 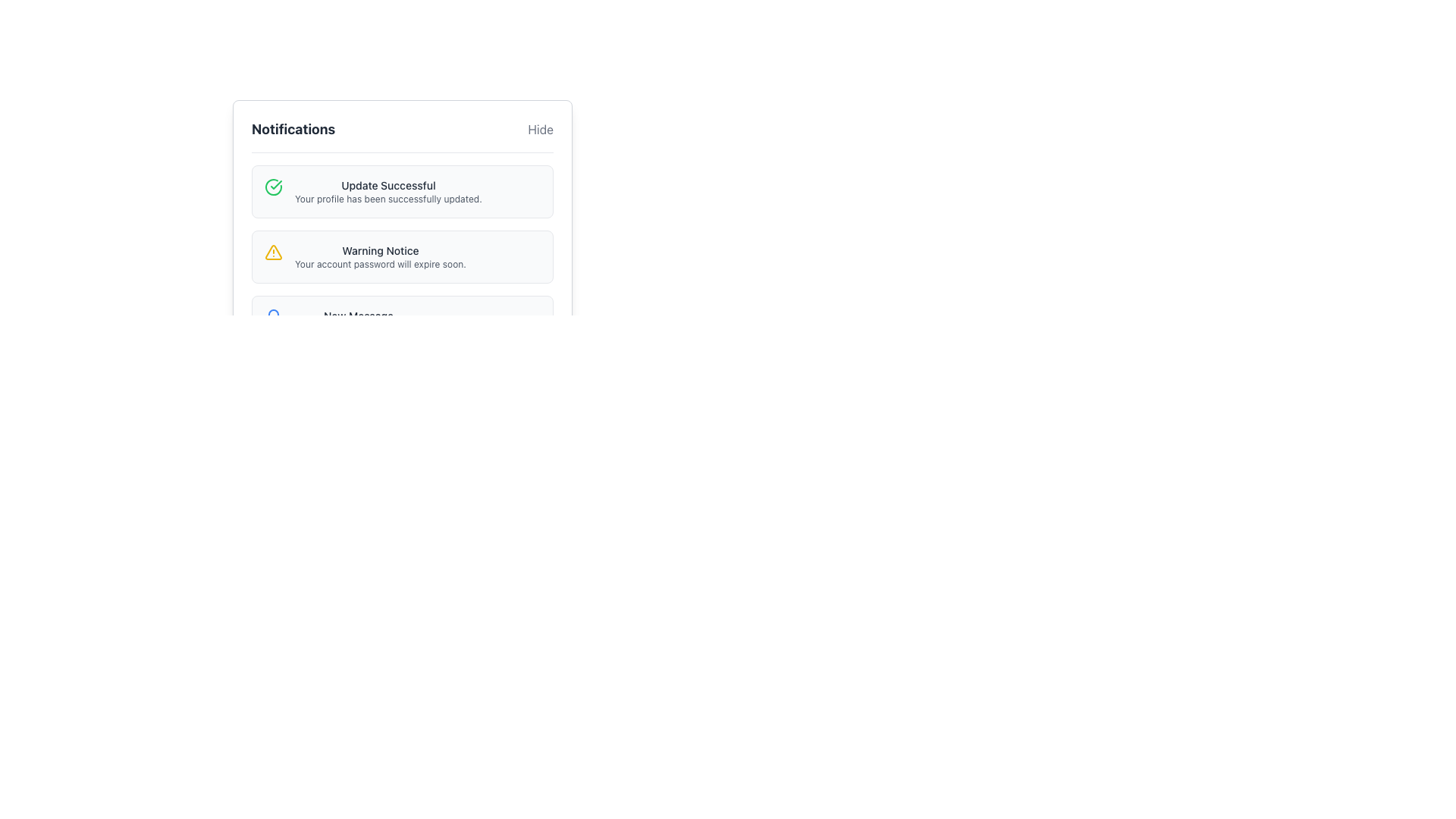 What do you see at coordinates (388, 198) in the screenshot?
I see `the static text component that reads 'Your profile has been successfully updated.', located under the header 'Update Successful' in the notification card` at bounding box center [388, 198].